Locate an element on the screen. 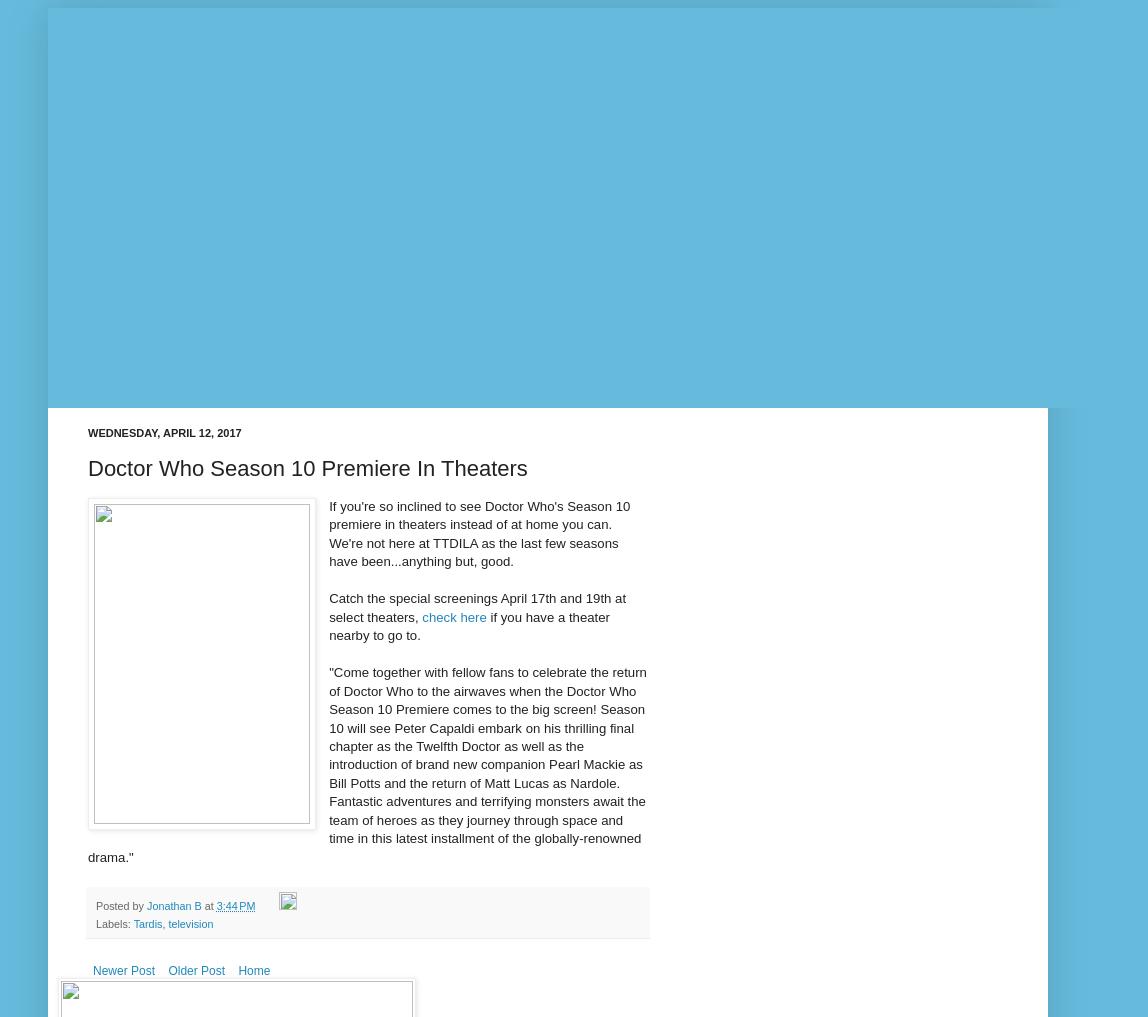  'Doctor Who Season 10 Premiere In Theaters' is located at coordinates (307, 466).